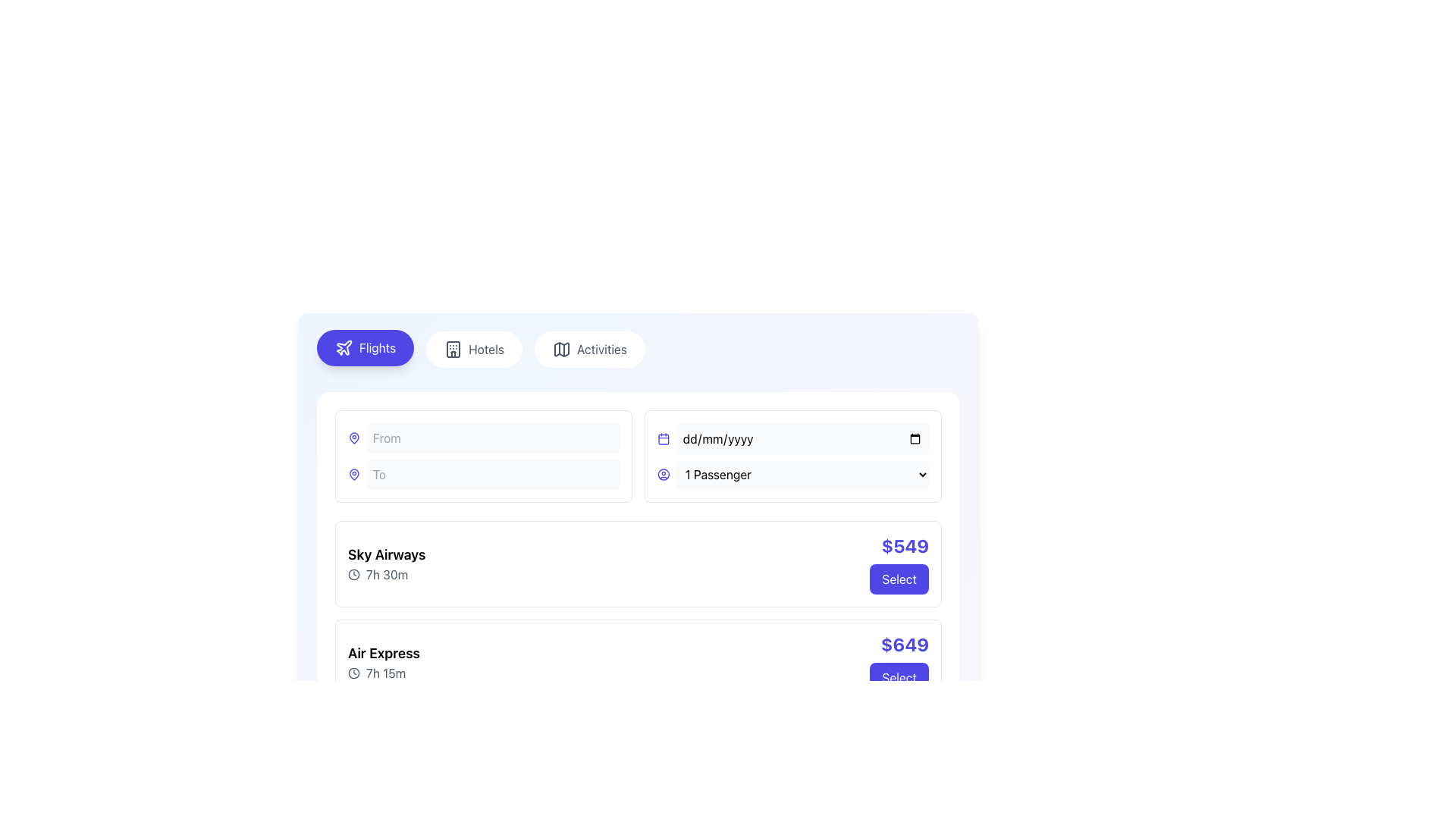 This screenshot has height=819, width=1456. Describe the element at coordinates (387, 575) in the screenshot. I see `the text label that displays the duration of the flight in hours and minutes, located below the 'Sky Airways' label in the flight listing interface` at that location.